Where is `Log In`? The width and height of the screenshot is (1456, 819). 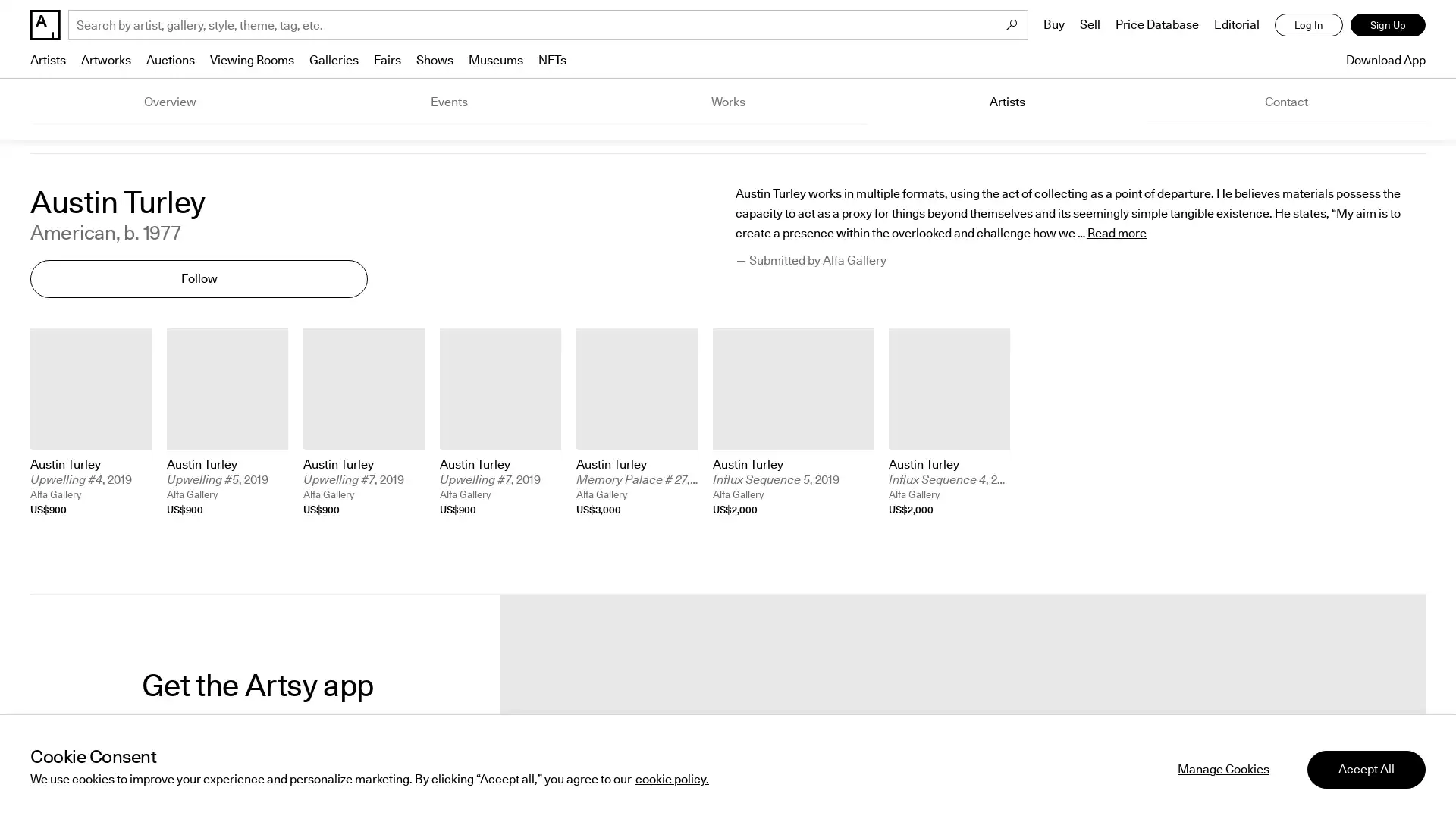
Log In is located at coordinates (1308, 25).